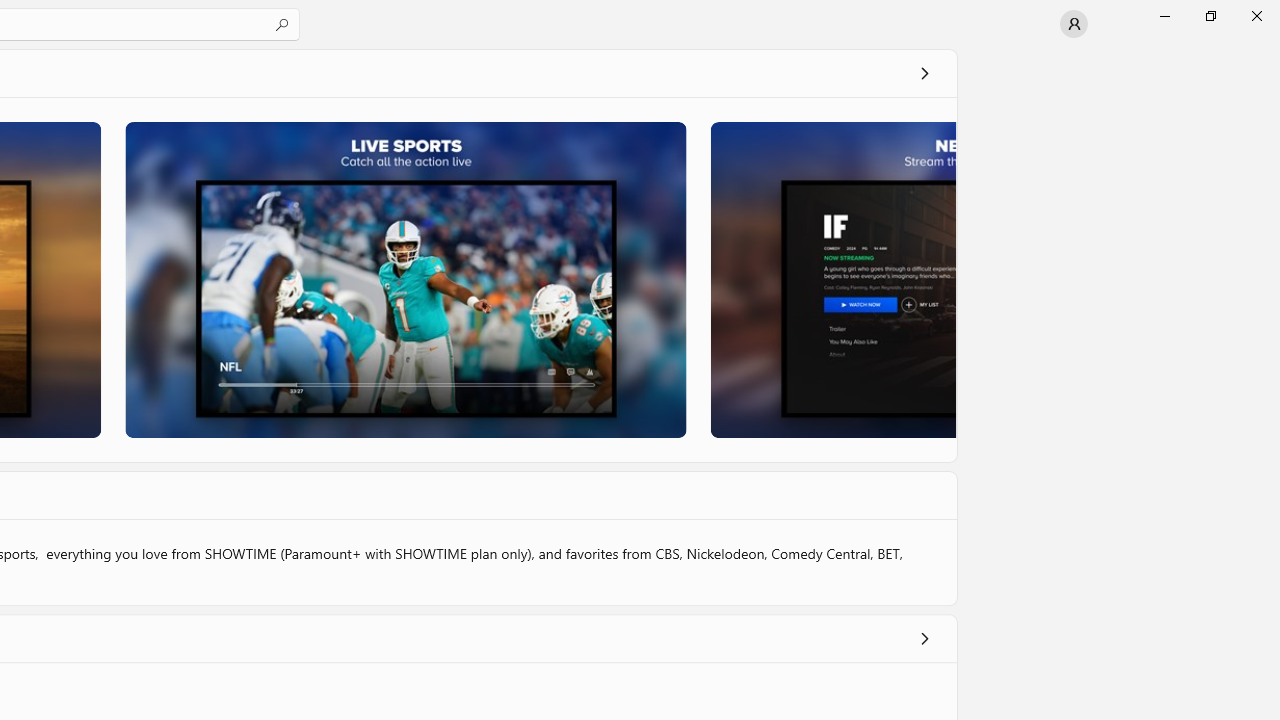  What do you see at coordinates (1209, 15) in the screenshot?
I see `'Restore Microsoft Store'` at bounding box center [1209, 15].